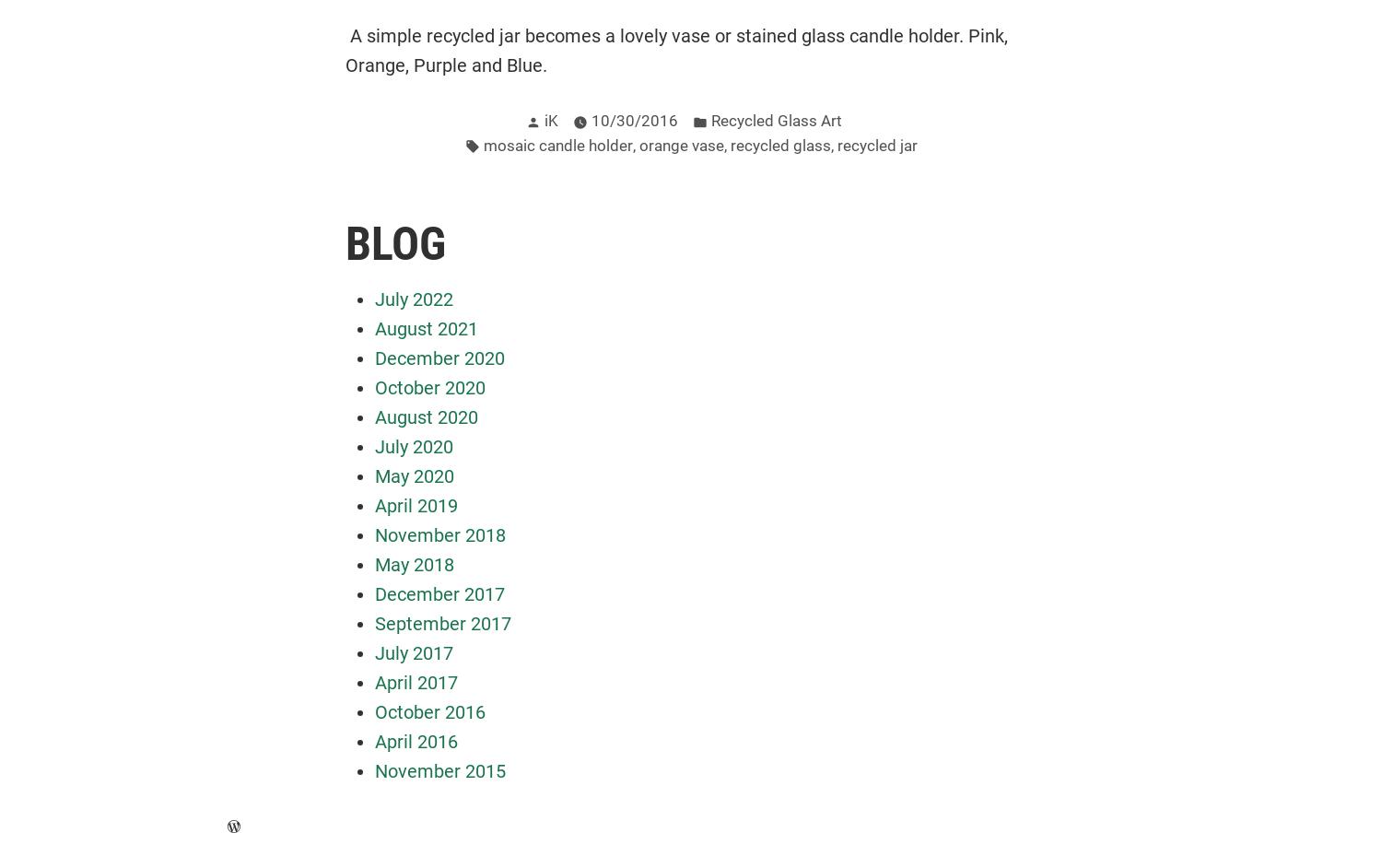  I want to click on 'A simple recycled jar becomes a lovely vase or stained glass candle holder. Pink, Orange, Purple and Blue.', so click(675, 48).